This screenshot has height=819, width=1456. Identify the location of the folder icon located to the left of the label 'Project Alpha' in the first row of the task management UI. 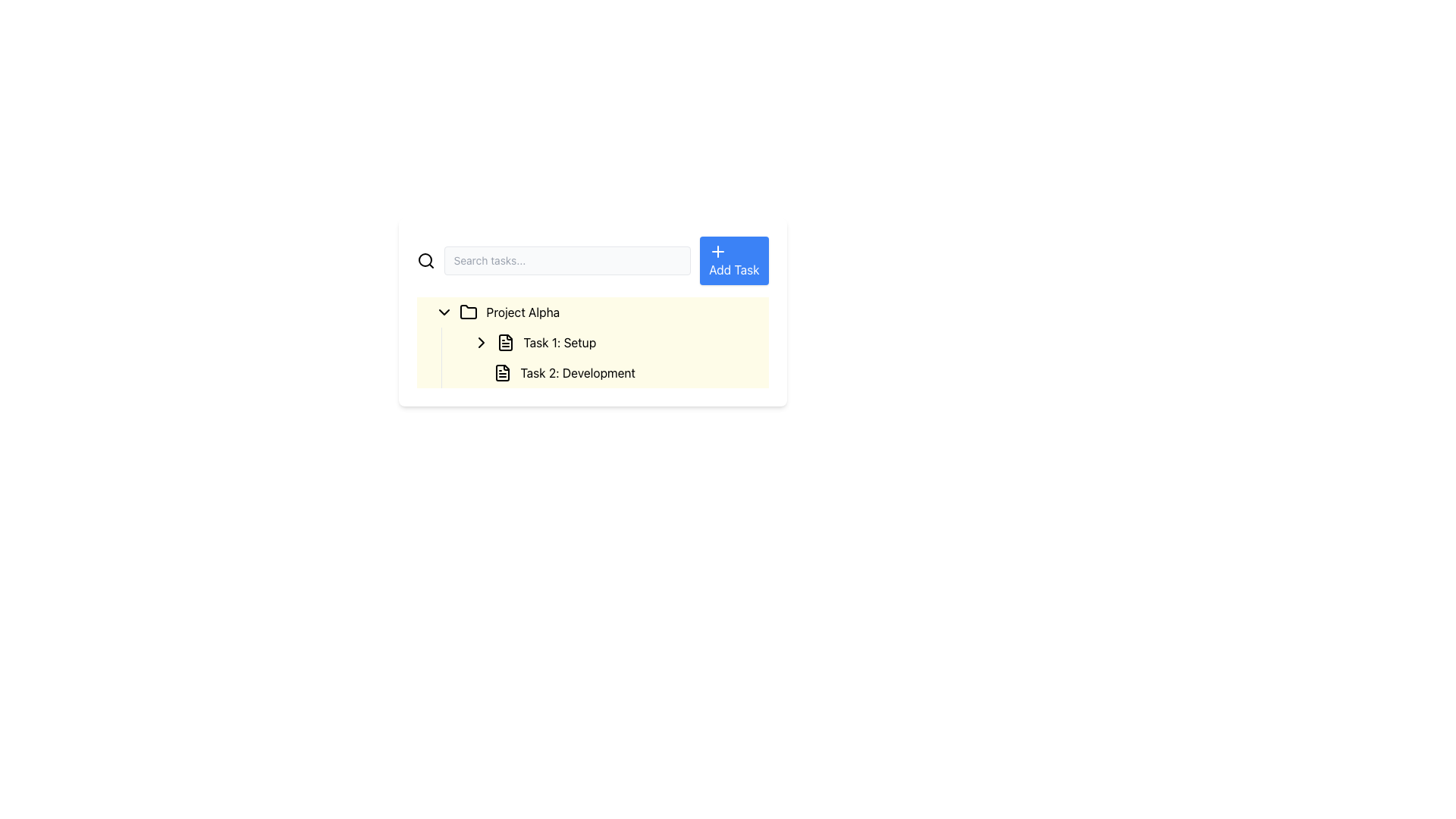
(467, 311).